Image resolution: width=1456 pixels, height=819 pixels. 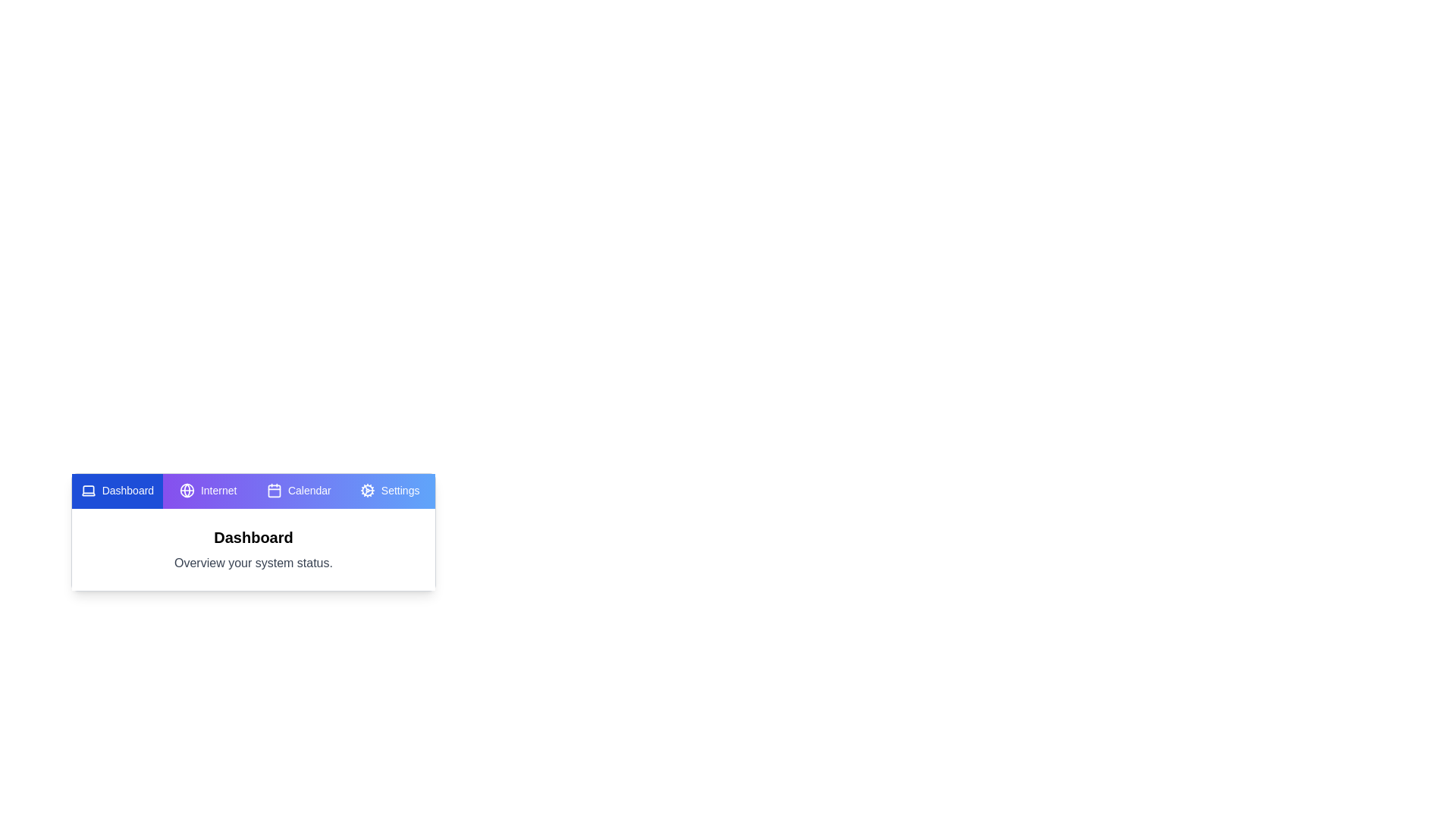 I want to click on the tab labeled Settings to view its content, so click(x=390, y=491).